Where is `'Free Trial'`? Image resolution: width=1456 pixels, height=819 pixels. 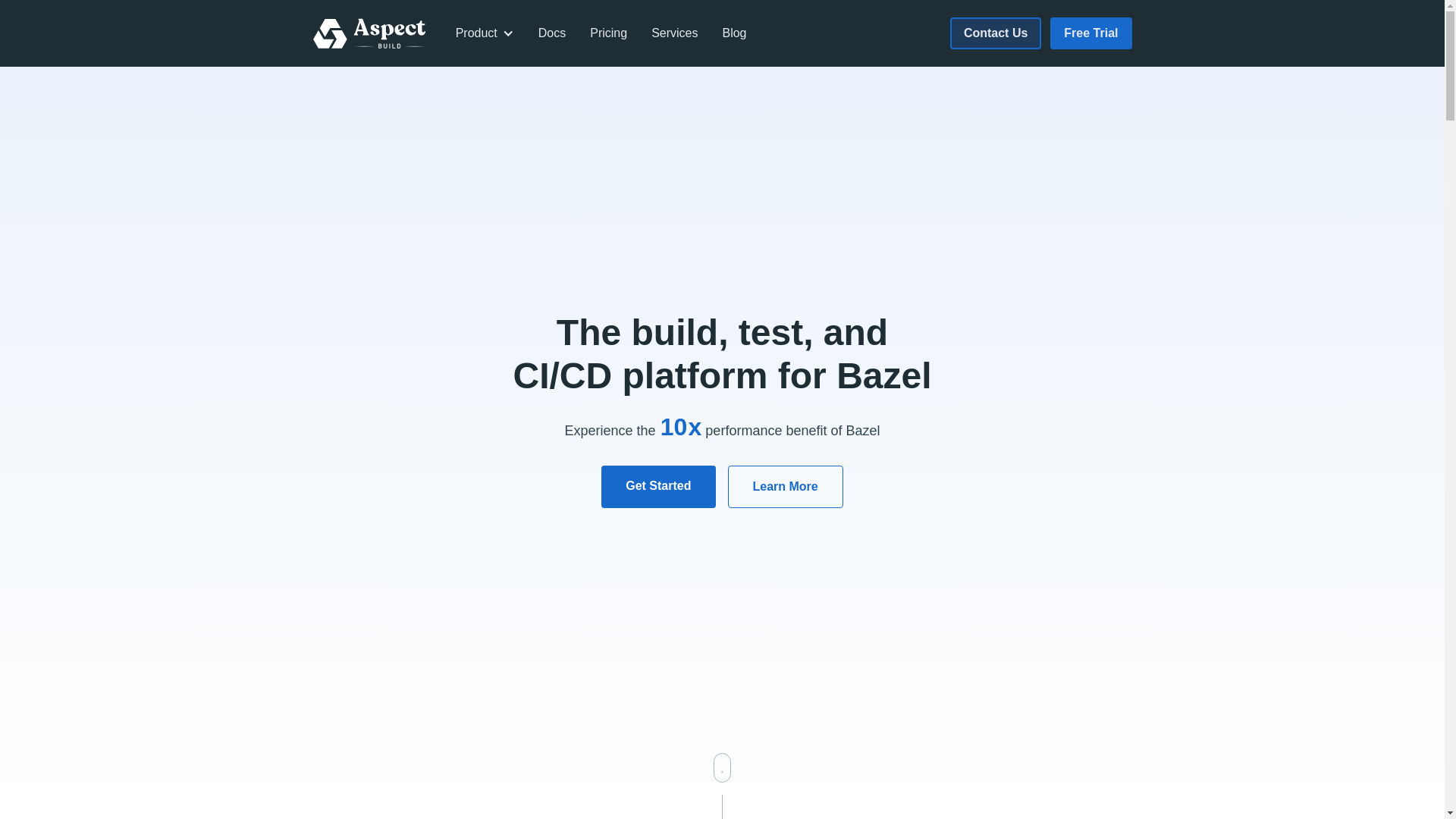
'Free Trial' is located at coordinates (1050, 33).